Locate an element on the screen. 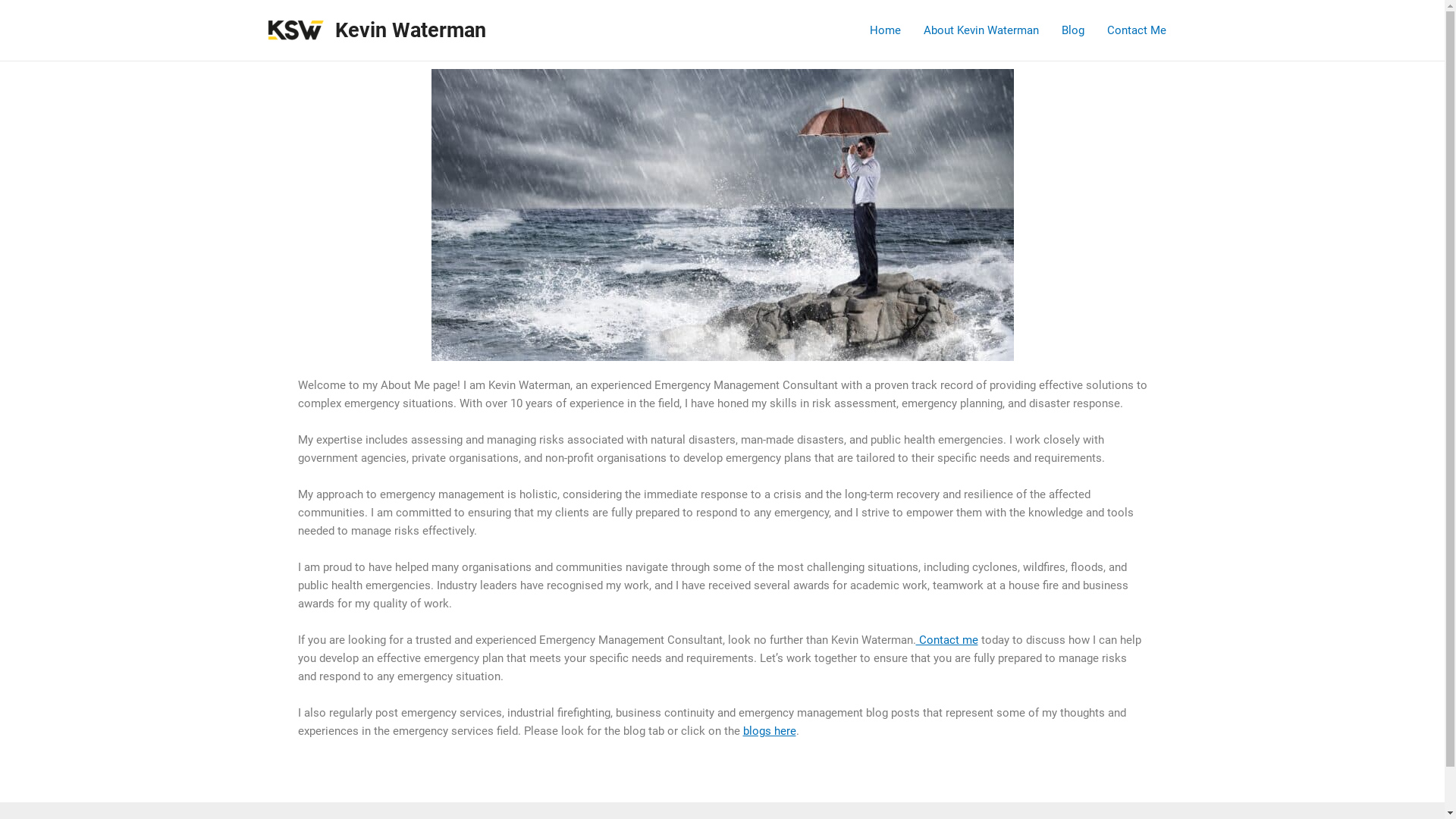  'blogs here' is located at coordinates (769, 730).